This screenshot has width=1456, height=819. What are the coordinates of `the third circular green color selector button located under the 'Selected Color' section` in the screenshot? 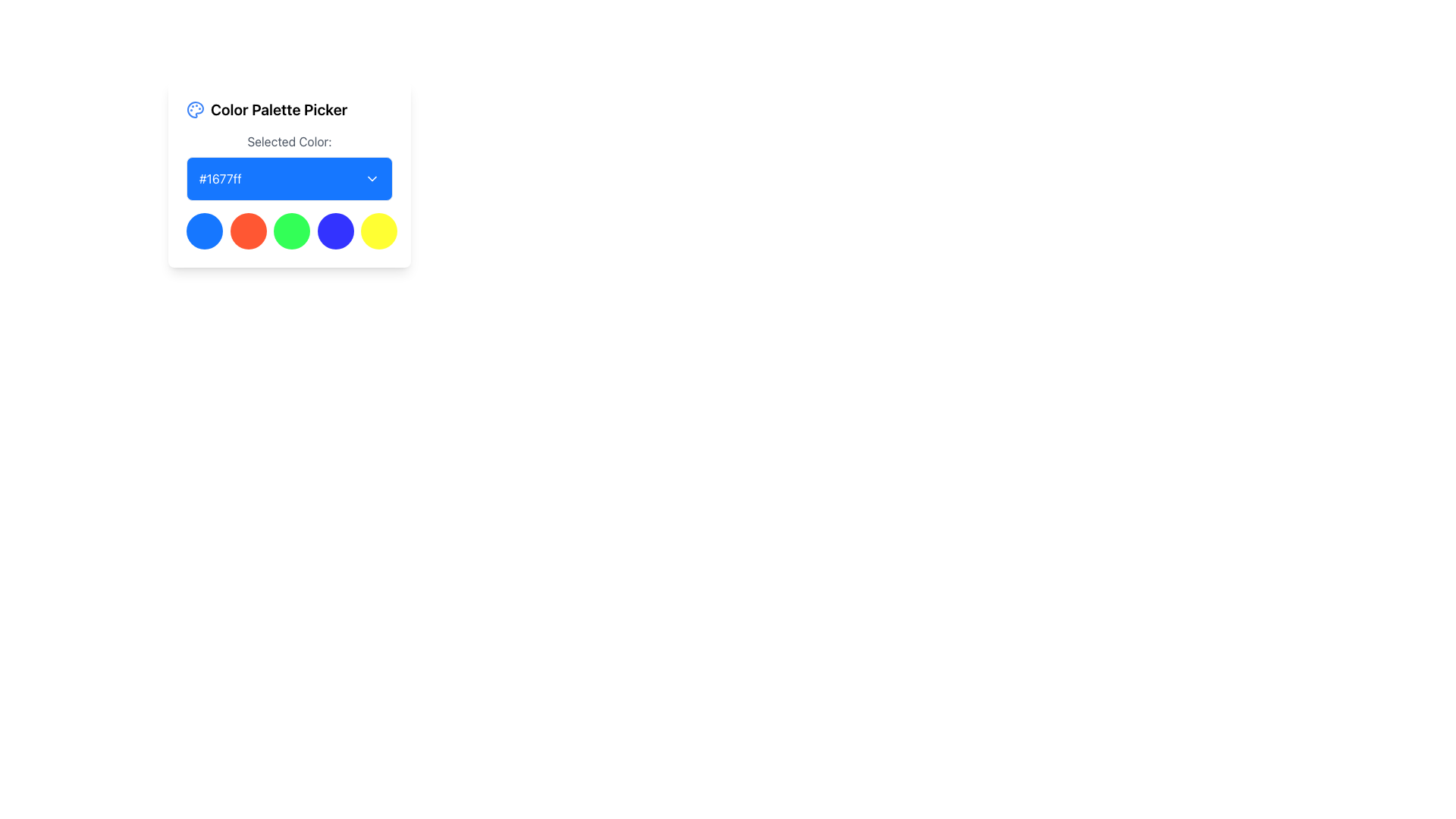 It's located at (292, 231).